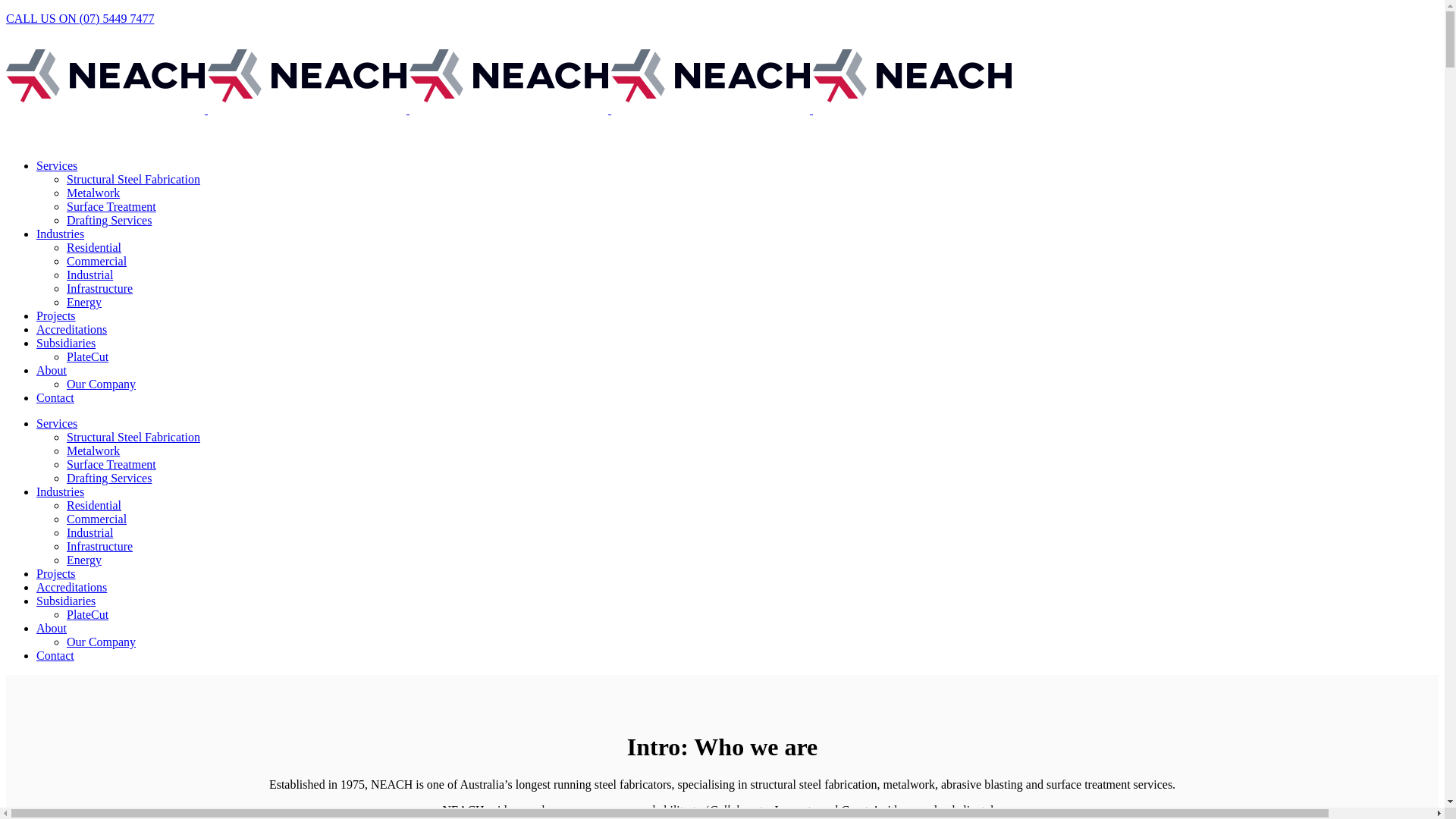  Describe the element at coordinates (93, 505) in the screenshot. I see `'Residential'` at that location.